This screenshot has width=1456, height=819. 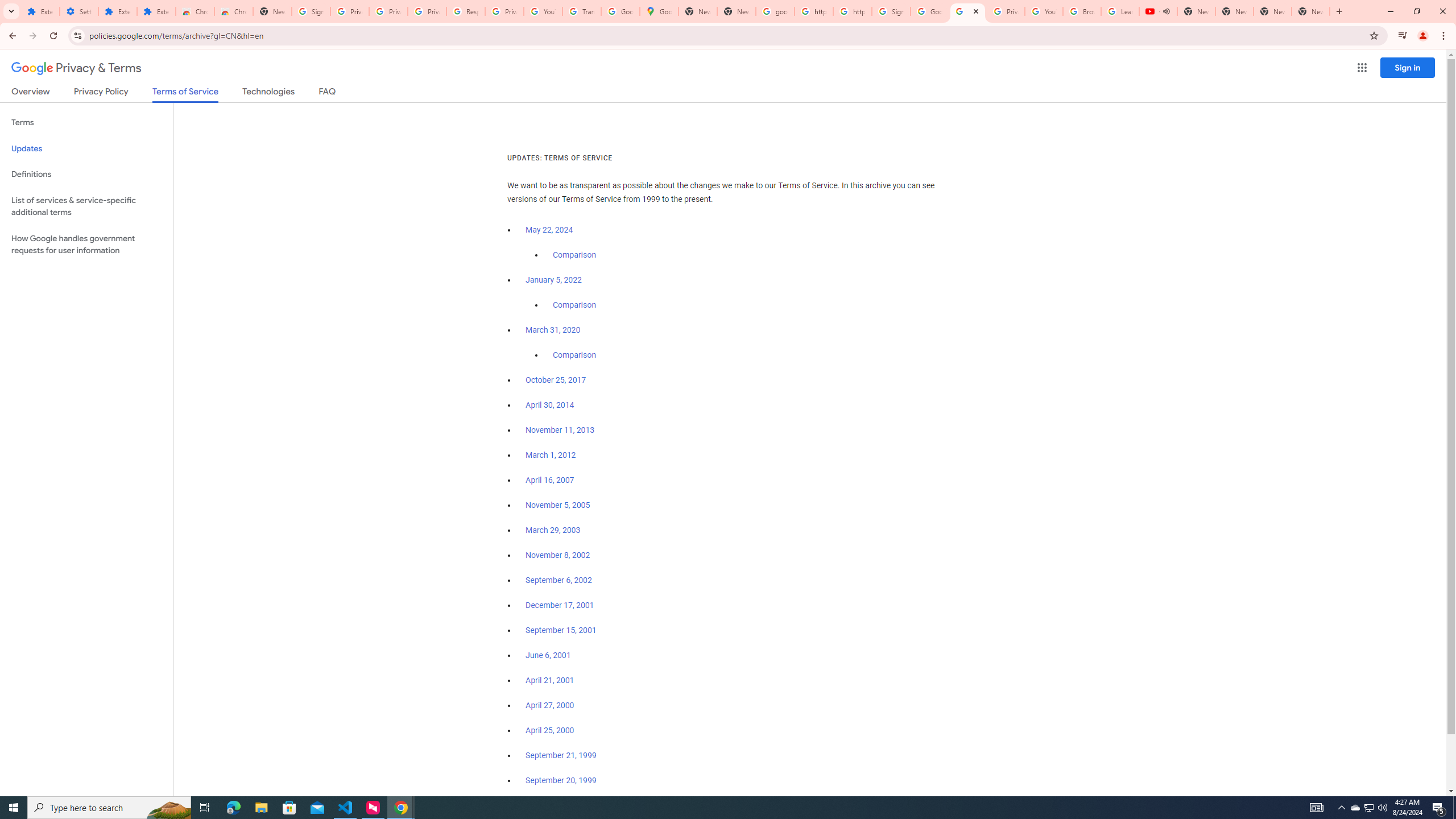 What do you see at coordinates (549, 405) in the screenshot?
I see `'April 30, 2014'` at bounding box center [549, 405].